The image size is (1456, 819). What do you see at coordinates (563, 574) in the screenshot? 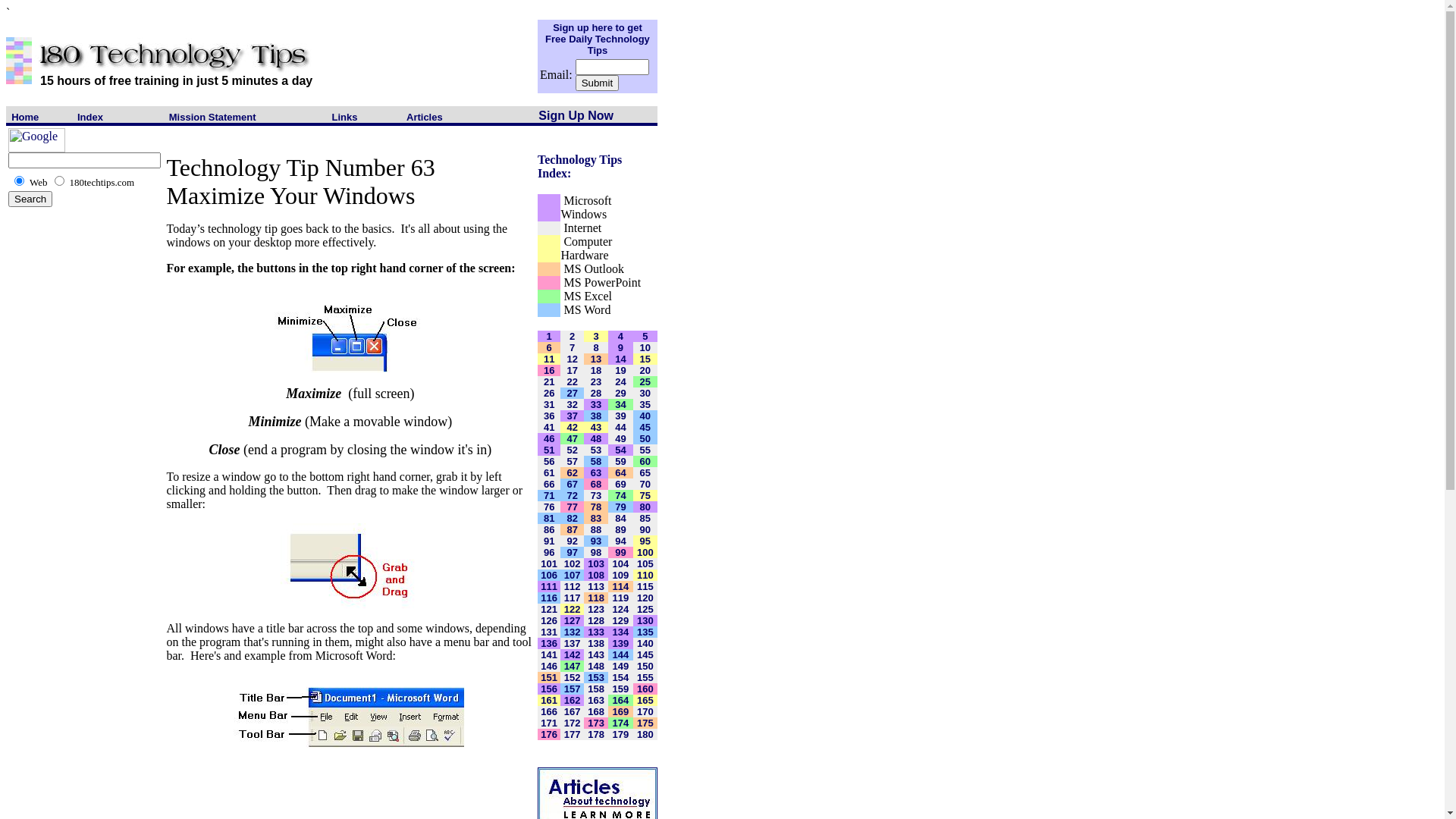
I see `'107'` at bounding box center [563, 574].